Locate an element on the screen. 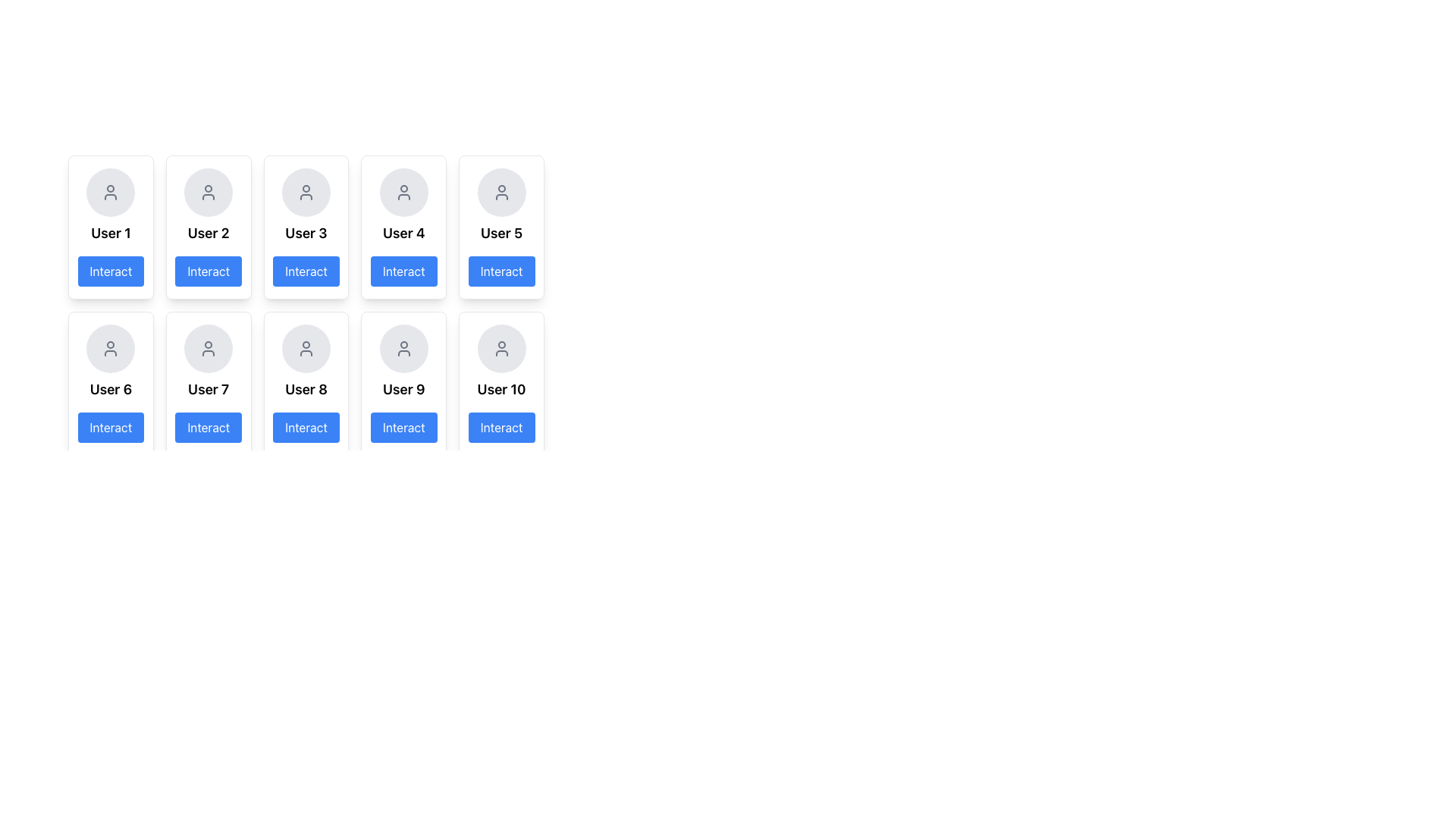 Image resolution: width=1456 pixels, height=819 pixels. text label displaying 'User 7', which is bold and large, located in the second row of a grid layout, directly below the 'User 2' card is located at coordinates (208, 388).